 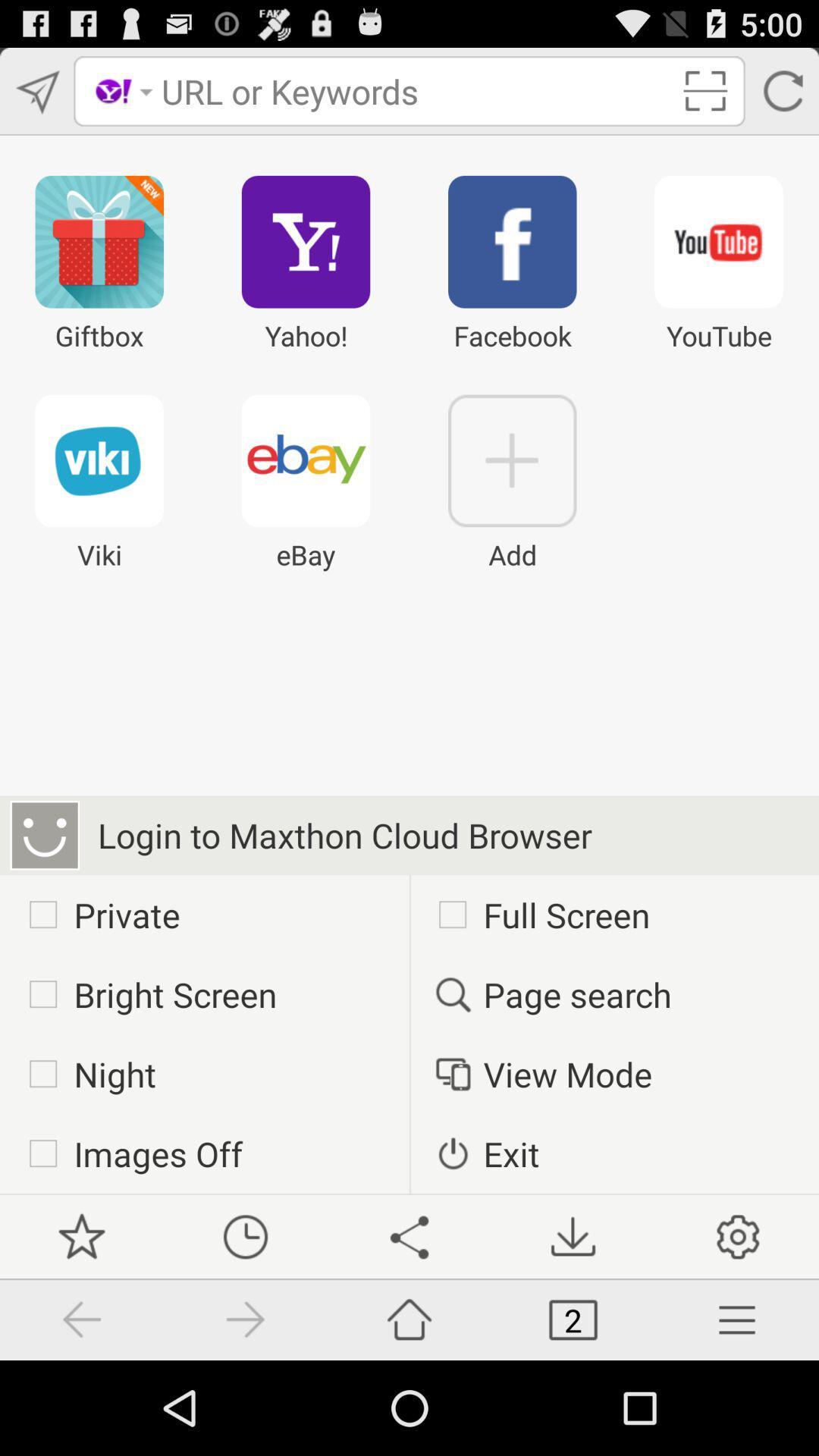 What do you see at coordinates (415, 90) in the screenshot?
I see `type in url or search` at bounding box center [415, 90].